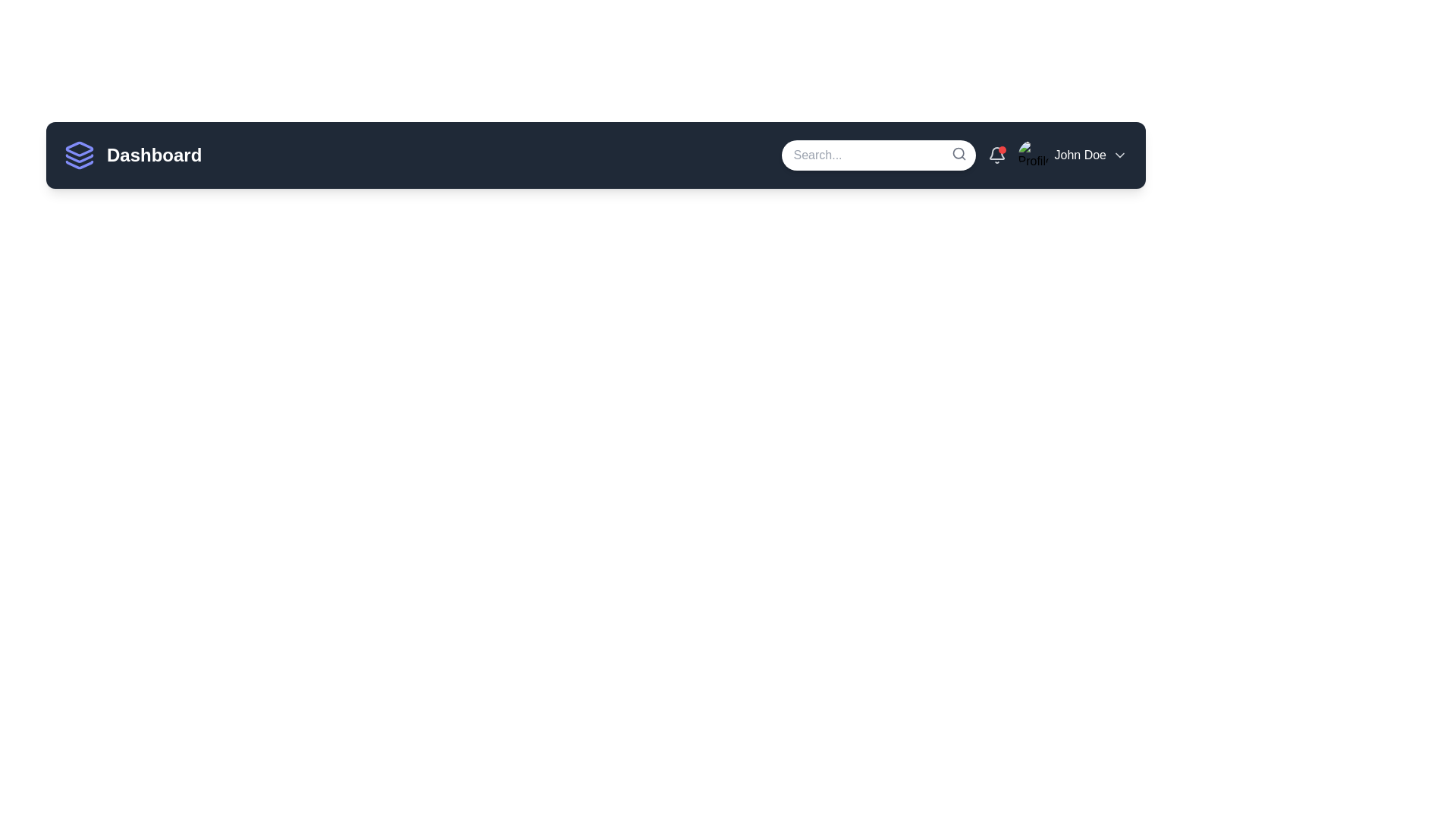 The image size is (1456, 819). I want to click on the user profile menu trigger located in the top-right corner of the navigation bar to see user details, so click(1072, 155).